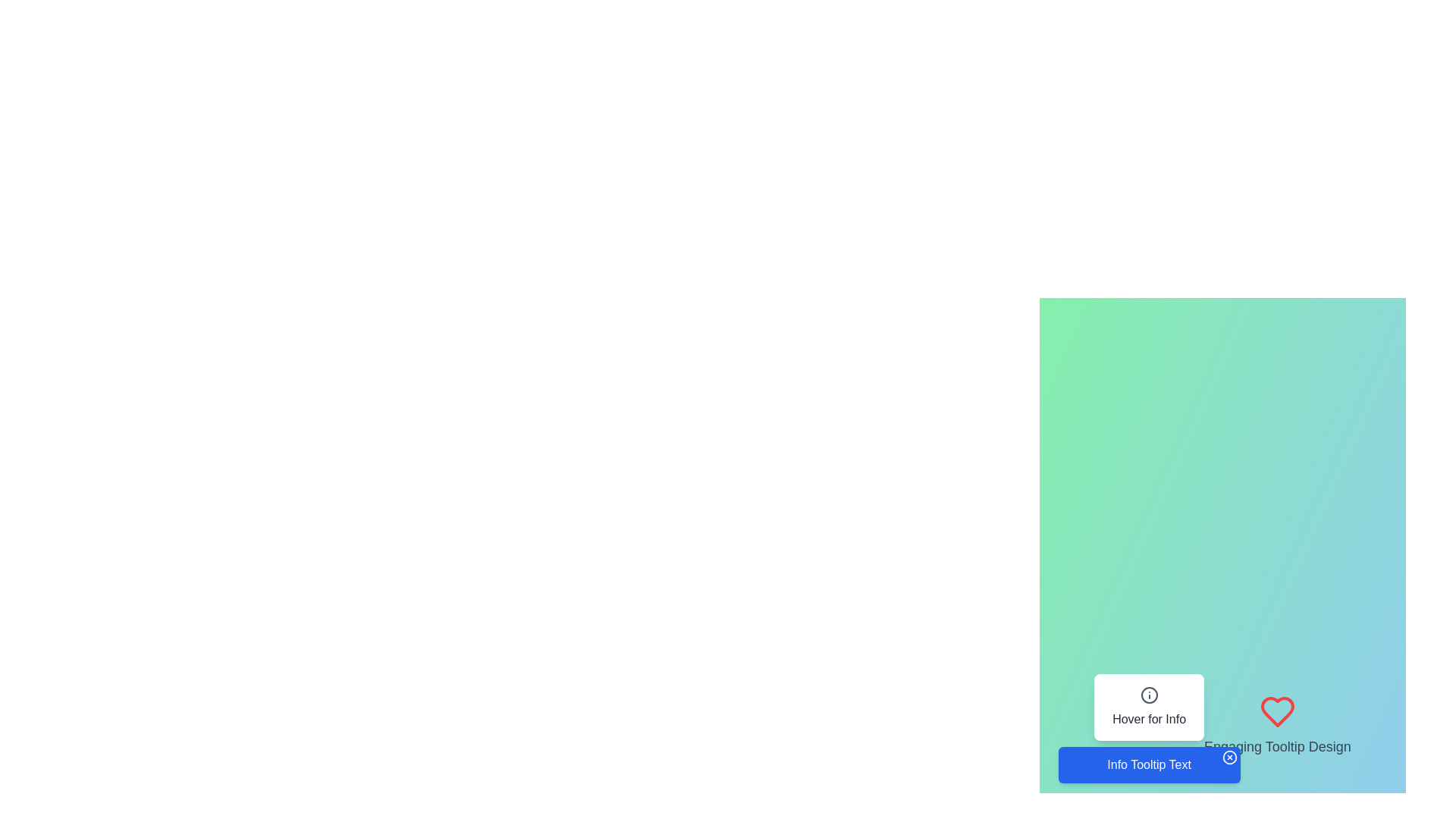 The width and height of the screenshot is (1456, 819). Describe the element at coordinates (1276, 745) in the screenshot. I see `the informative text label located at the bottom-right portion of the interface, directly underneath a decorative heart icon and visually separate from buttons` at that location.